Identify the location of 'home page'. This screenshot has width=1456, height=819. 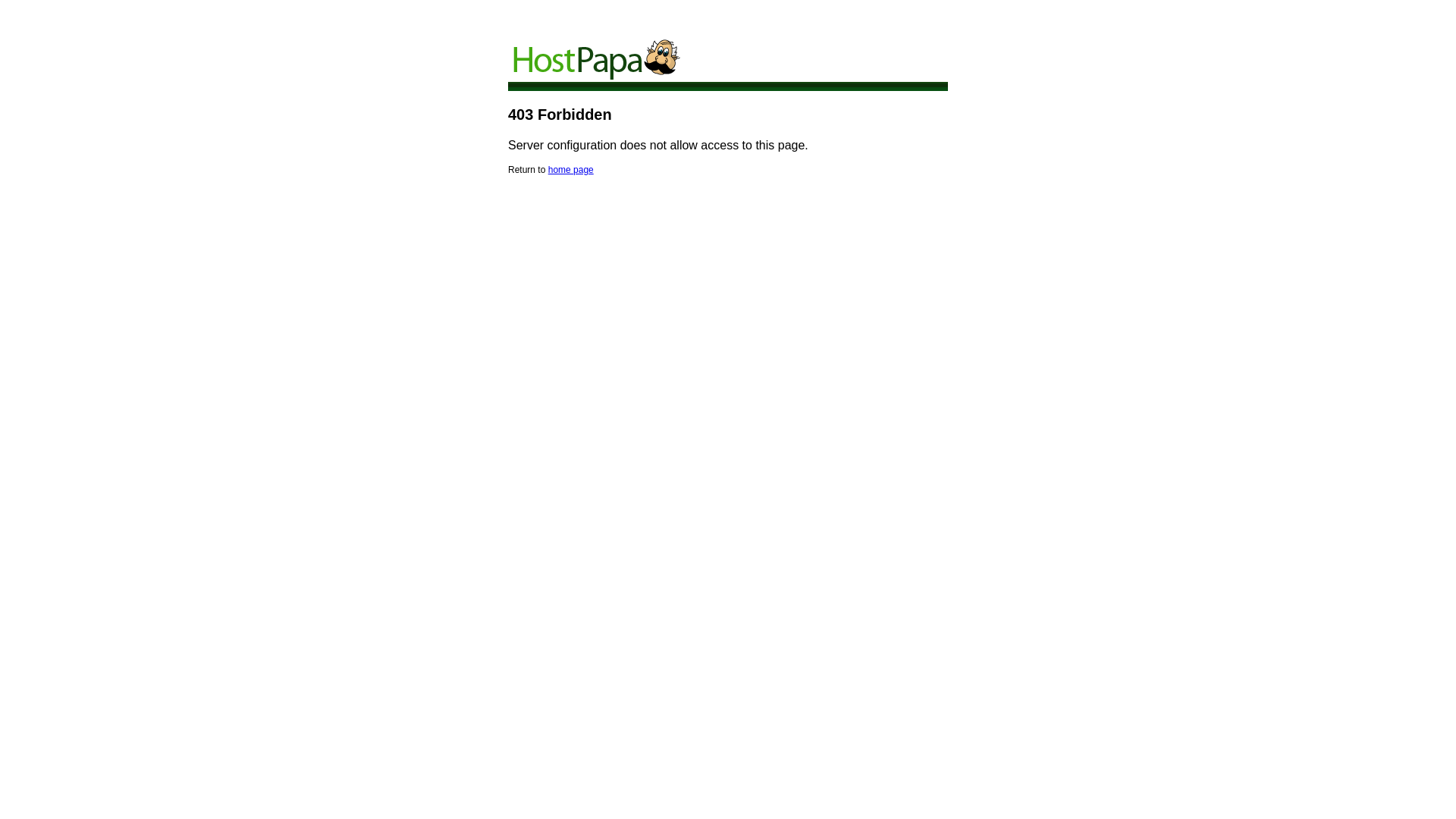
(548, 169).